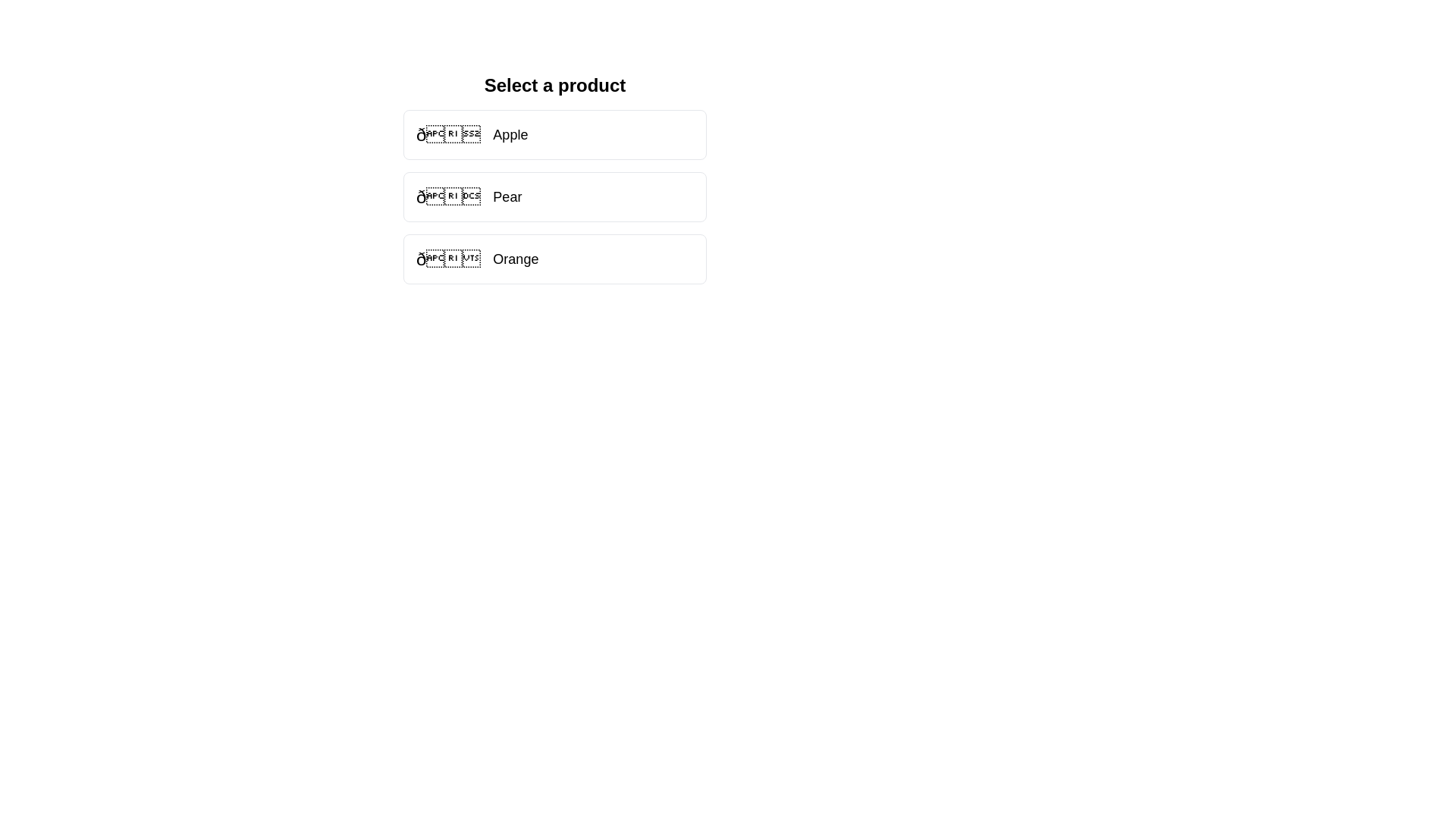  What do you see at coordinates (510, 133) in the screenshot?
I see `text label that specifies the product name 'Apple' in the product selection list, positioned to the right of the apple emoji` at bounding box center [510, 133].